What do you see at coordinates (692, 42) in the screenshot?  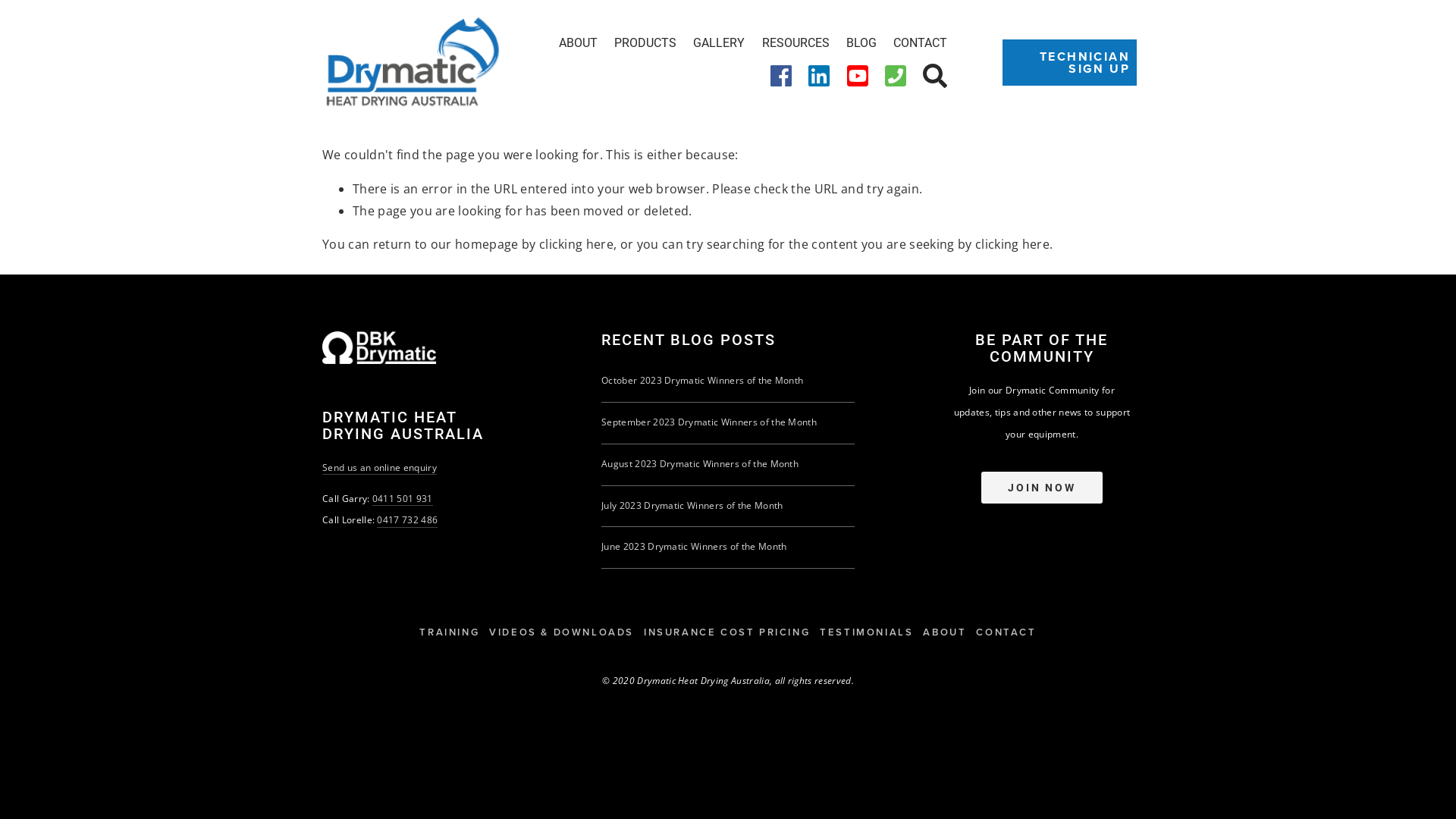 I see `'GALLERY'` at bounding box center [692, 42].